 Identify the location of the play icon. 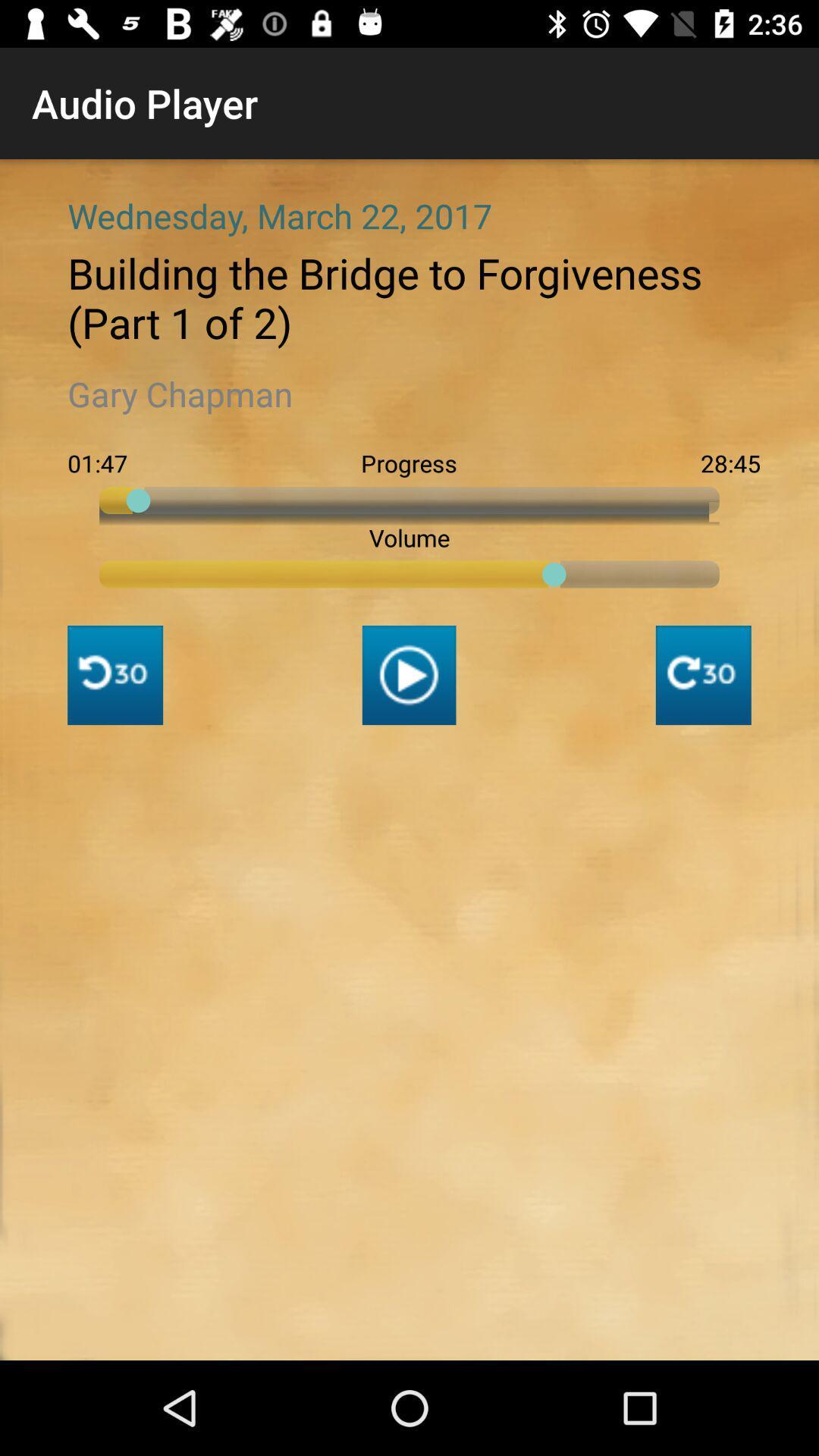
(408, 674).